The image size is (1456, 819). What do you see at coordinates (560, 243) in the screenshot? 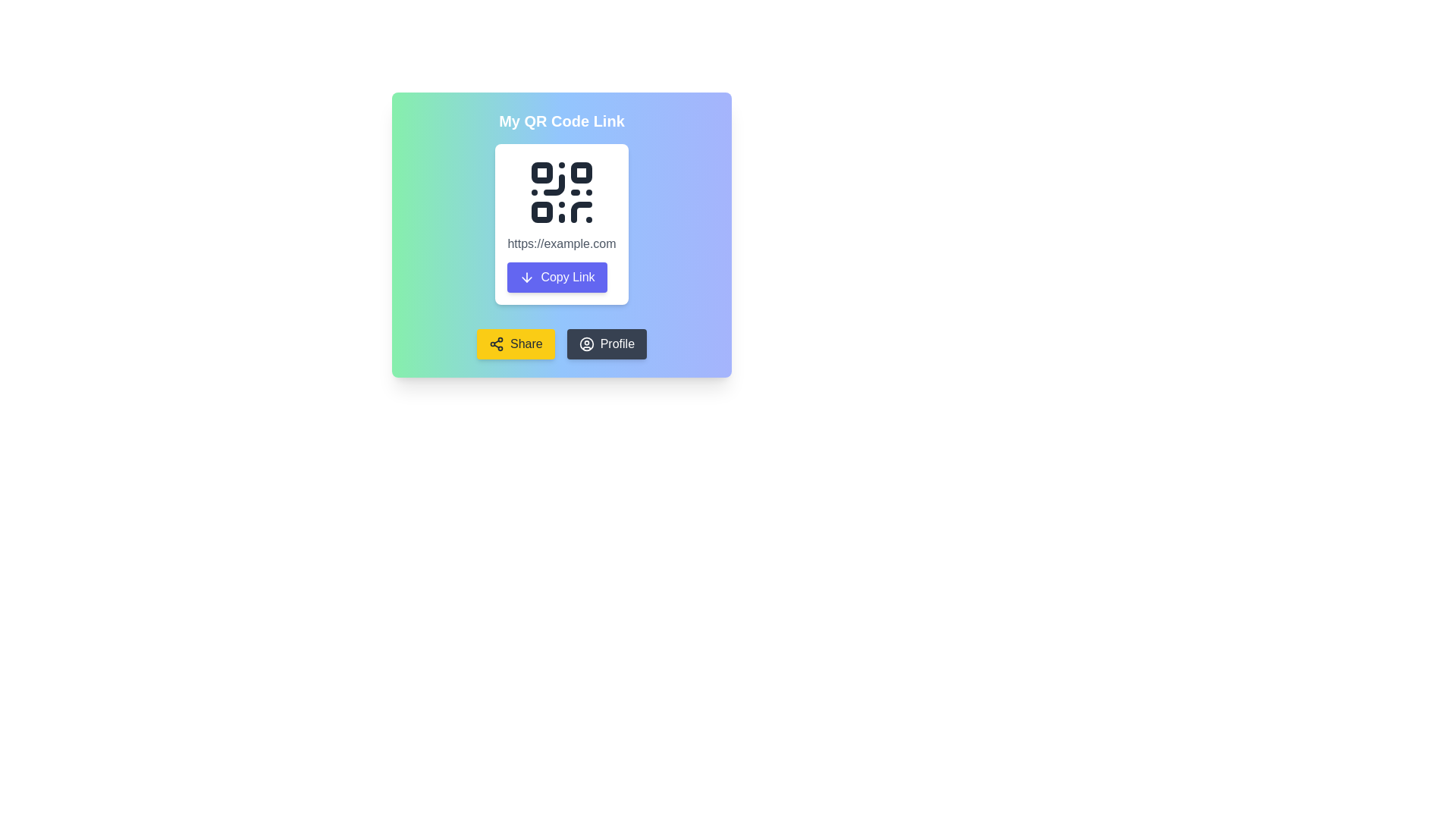
I see `the non-interactive text label displaying the URL, which is located centrally in the card below the QR code illustration and above the 'Copy Link' button` at bounding box center [560, 243].